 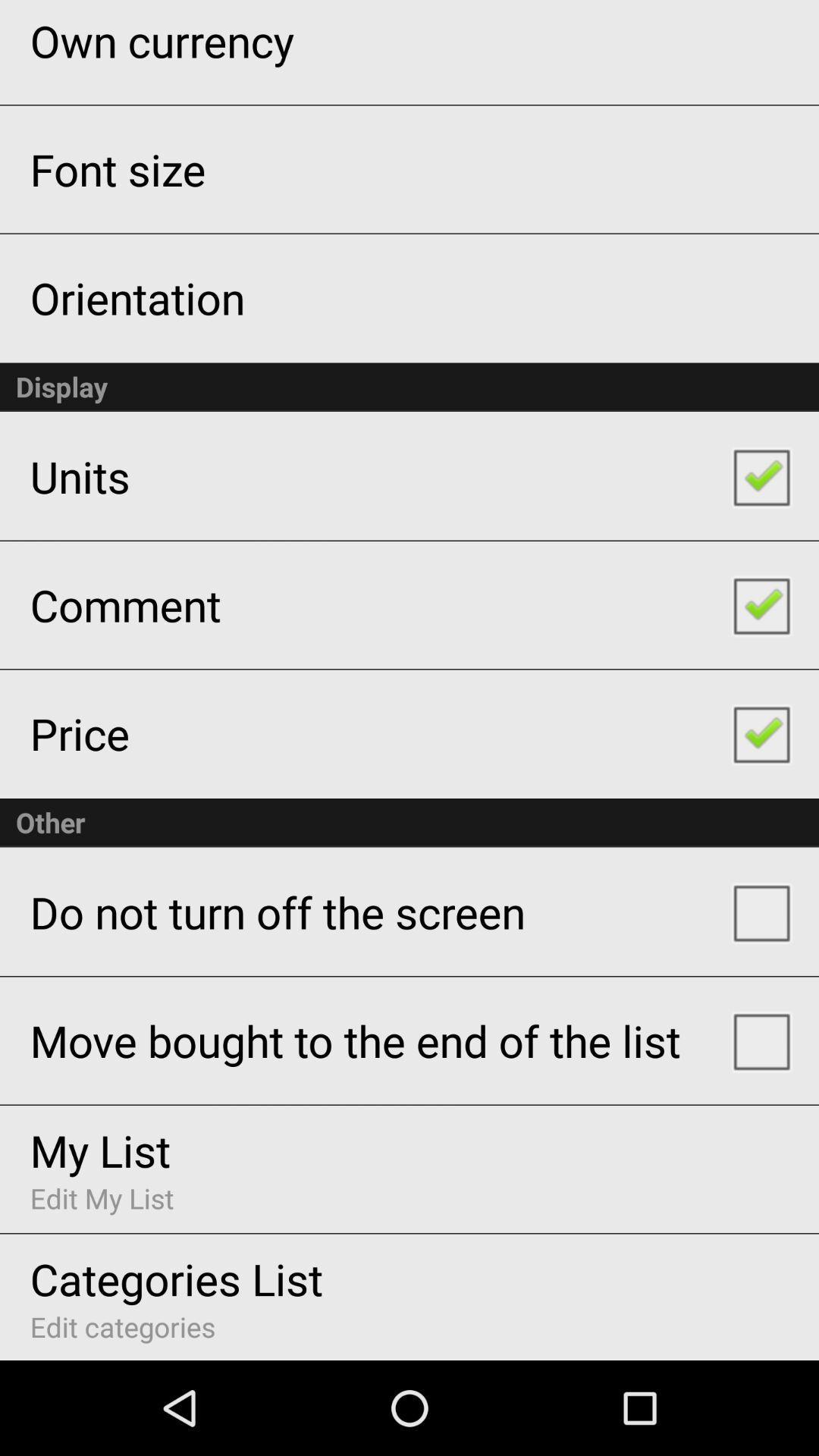 What do you see at coordinates (137, 297) in the screenshot?
I see `orientation app` at bounding box center [137, 297].